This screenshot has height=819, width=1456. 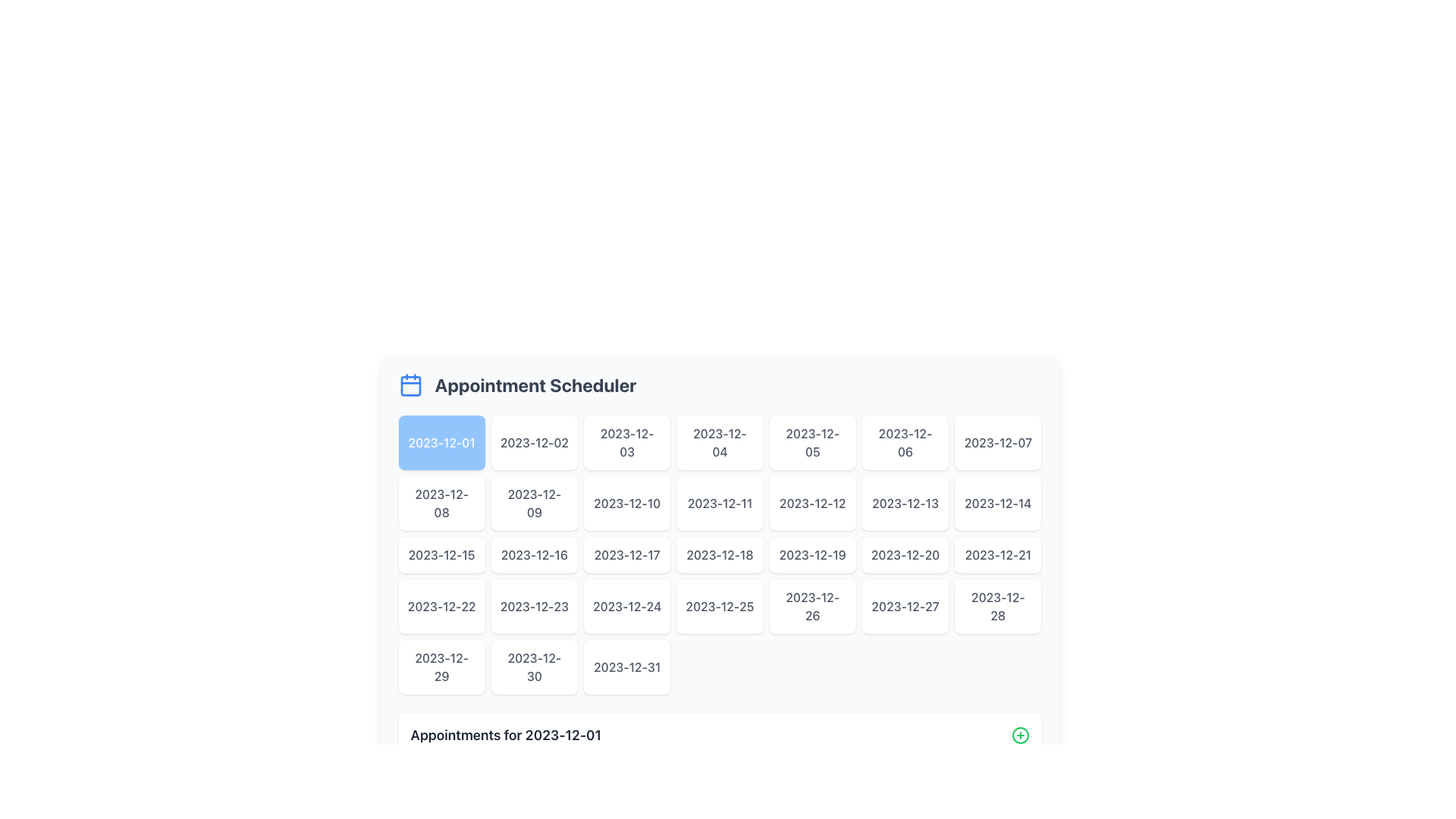 I want to click on the date picker item displaying '2023-12-29', so click(x=441, y=666).